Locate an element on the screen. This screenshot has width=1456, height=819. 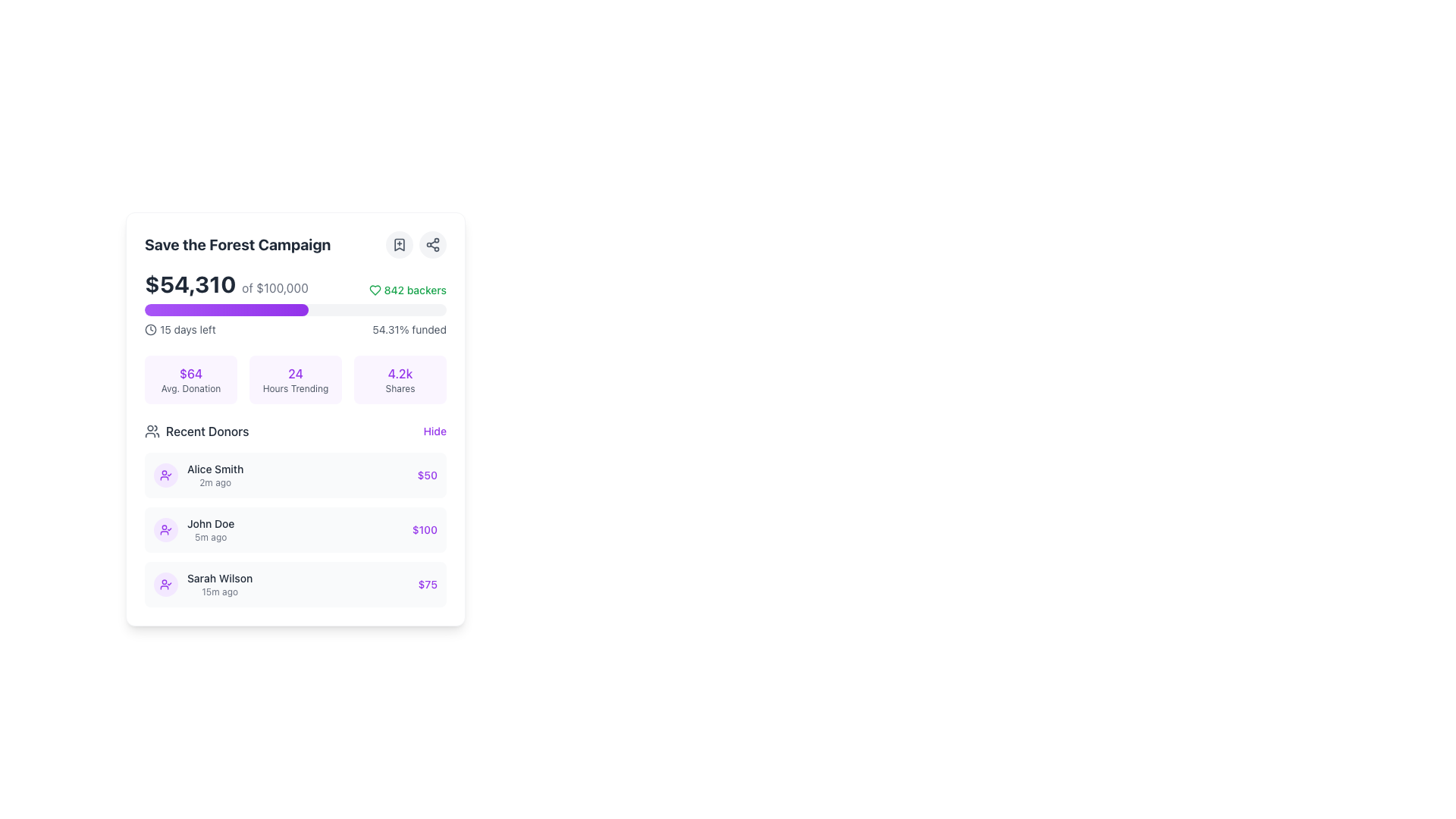
the circular clock icon that indicates a task or deadline, which is located to the left of the text '15 days left' is located at coordinates (150, 329).